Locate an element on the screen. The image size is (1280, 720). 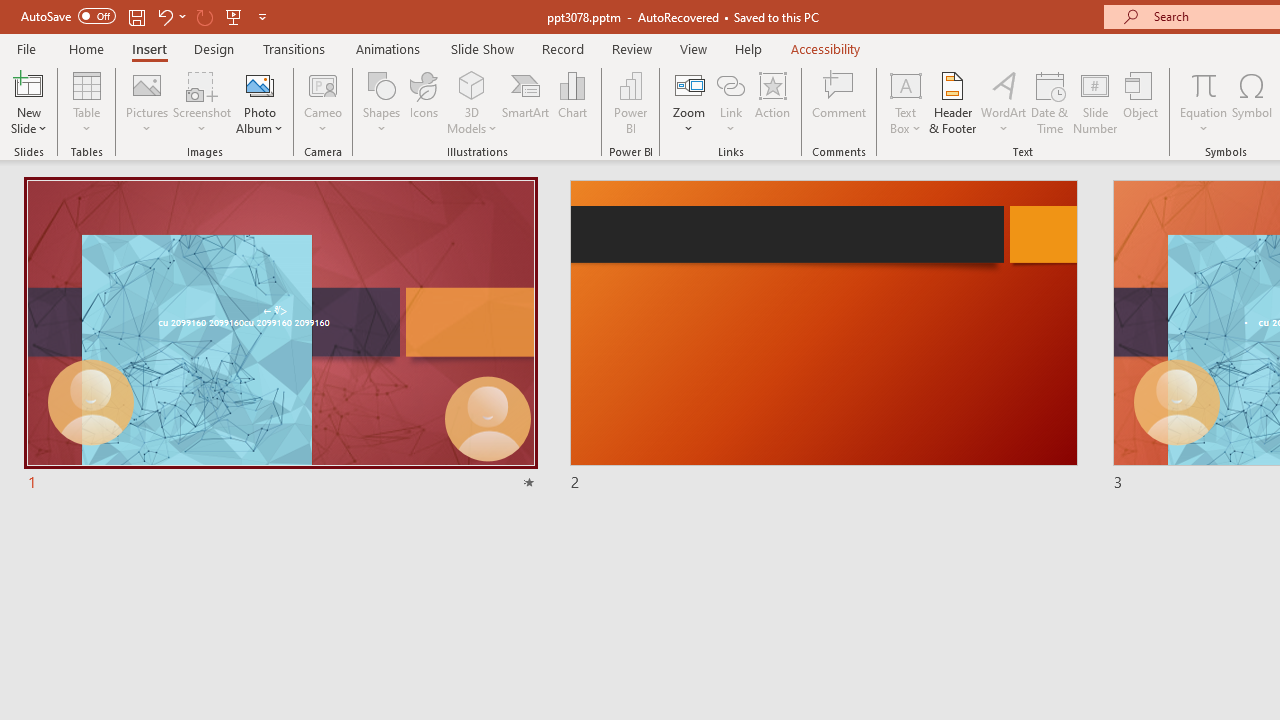
'Draw Horizontal Text Box' is located at coordinates (904, 84).